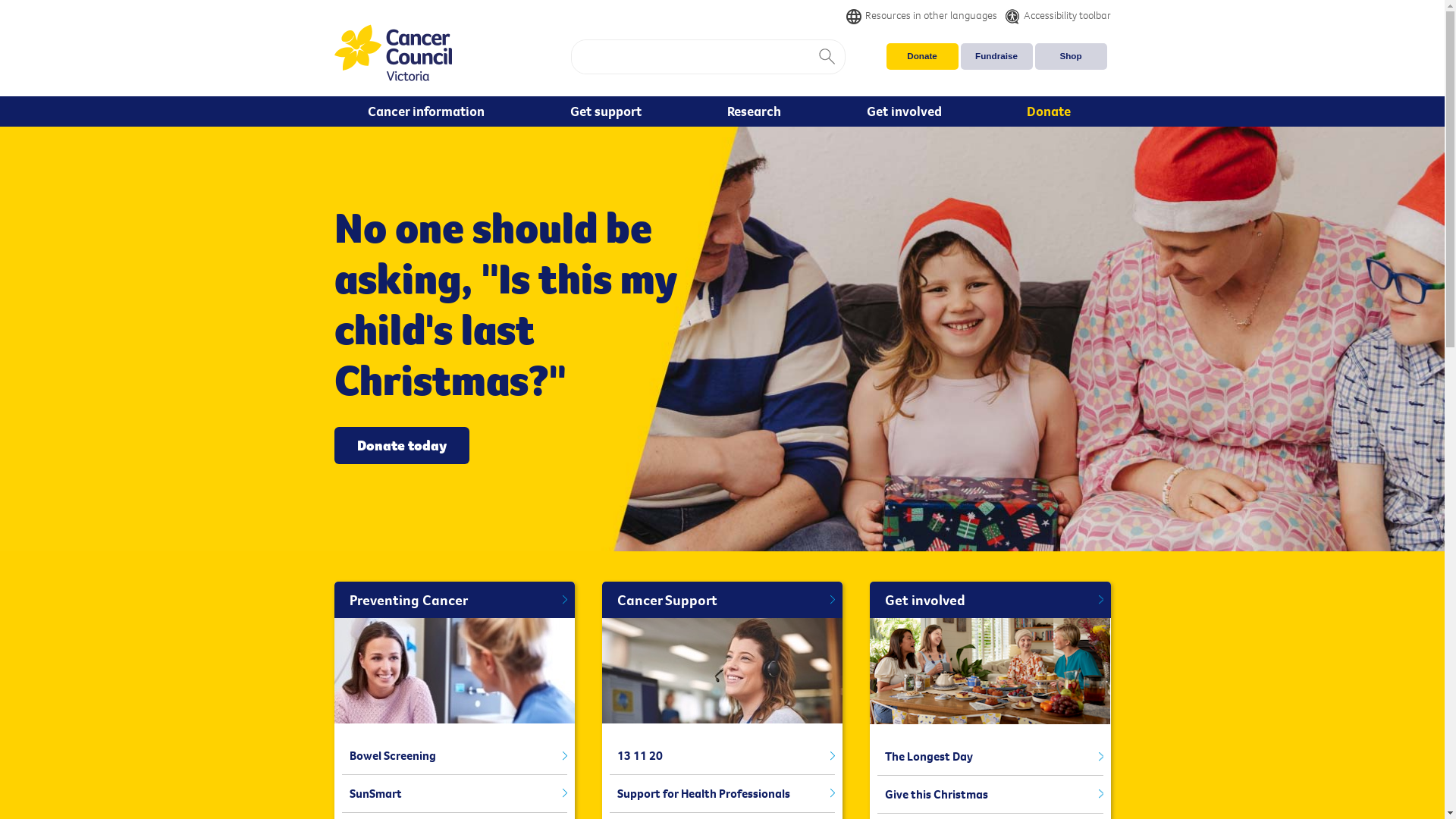 Image resolution: width=1456 pixels, height=819 pixels. What do you see at coordinates (990, 794) in the screenshot?
I see `'Give this Christmas'` at bounding box center [990, 794].